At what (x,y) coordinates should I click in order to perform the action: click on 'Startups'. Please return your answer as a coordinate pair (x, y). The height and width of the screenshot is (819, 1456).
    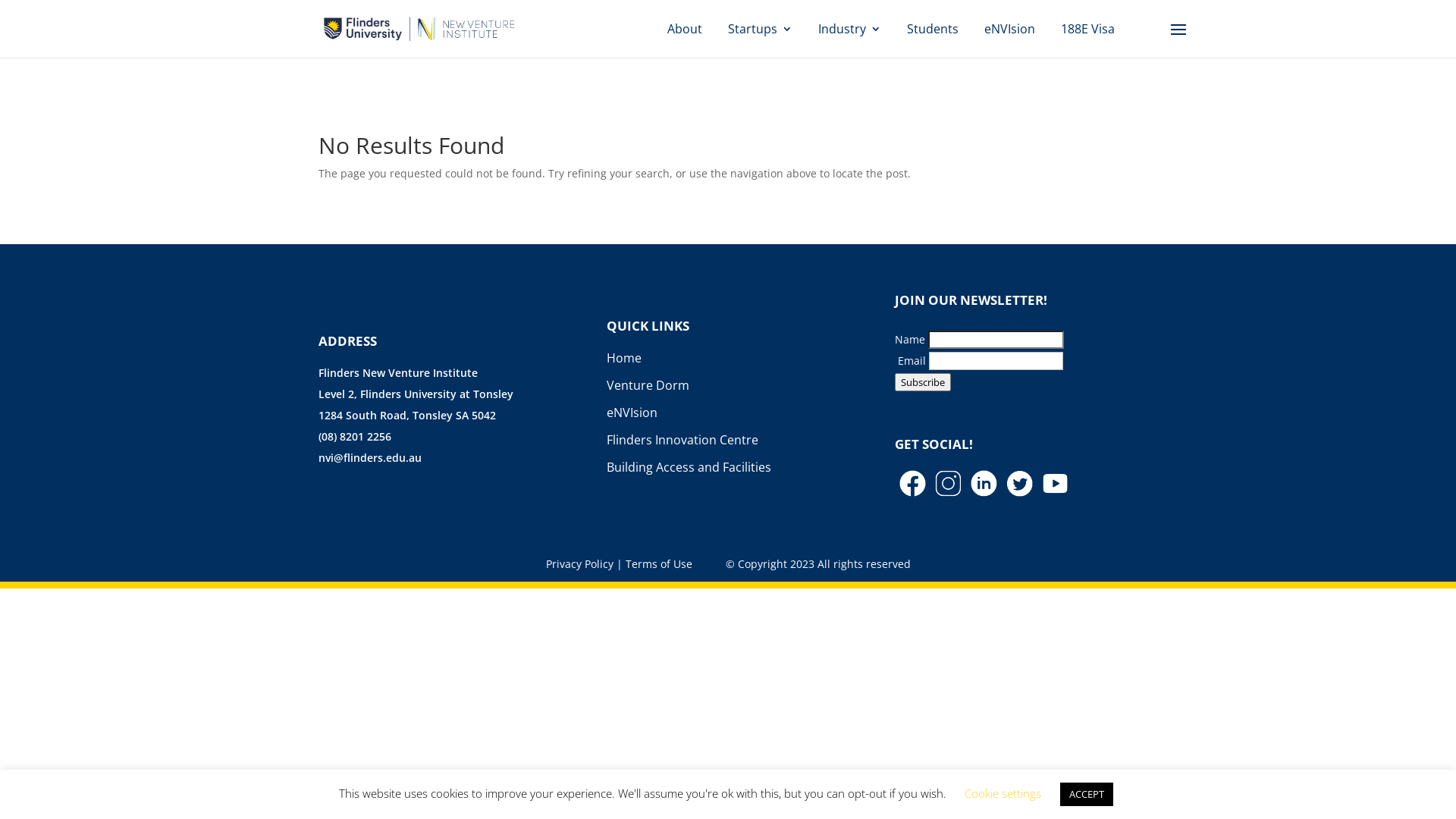
    Looking at the image, I should click on (728, 29).